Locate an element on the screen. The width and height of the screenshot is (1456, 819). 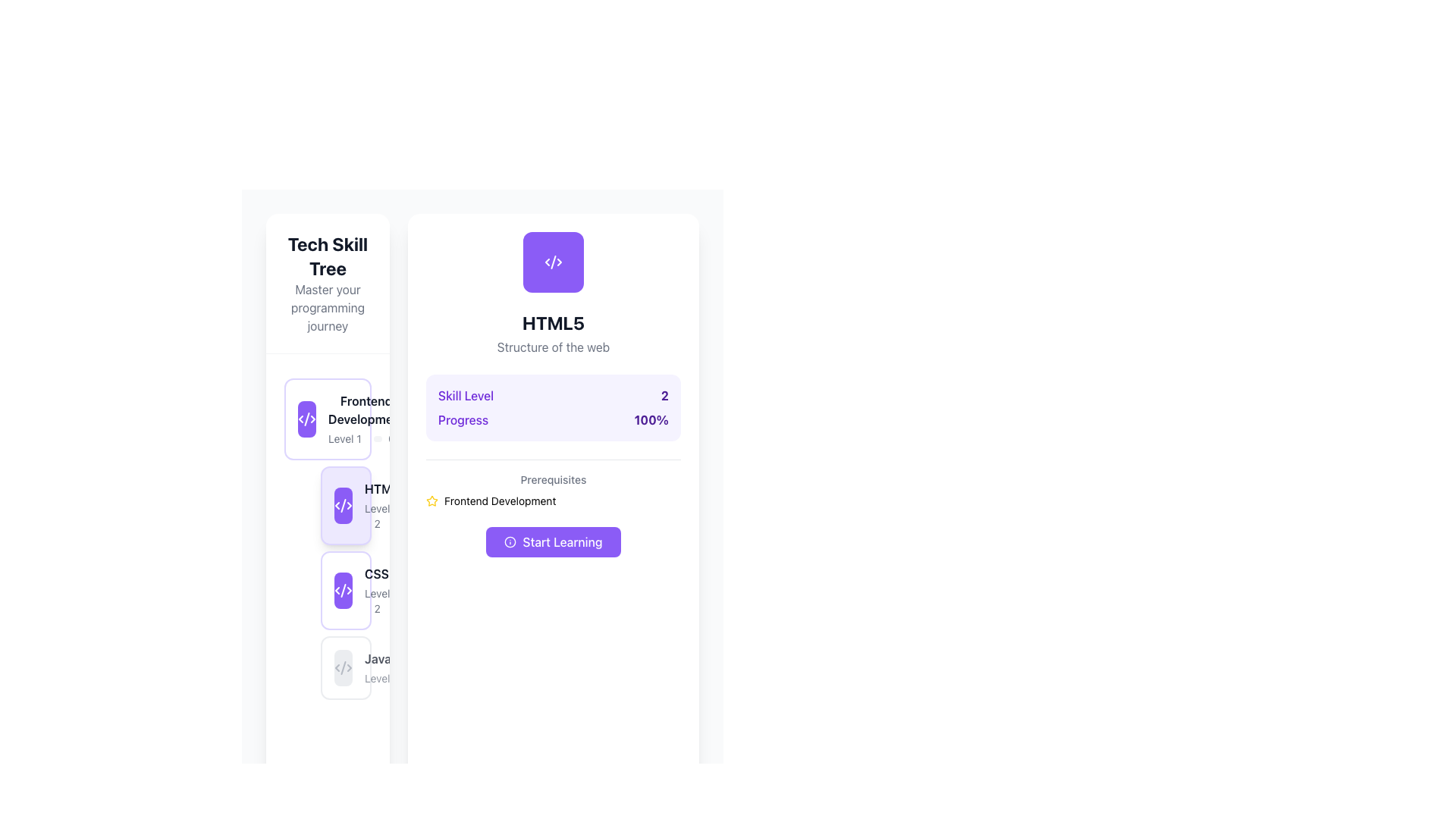
the text label indicating the current level of the skill, which is located at the top-left corner of the skill levels and progress information group is located at coordinates (377, 516).